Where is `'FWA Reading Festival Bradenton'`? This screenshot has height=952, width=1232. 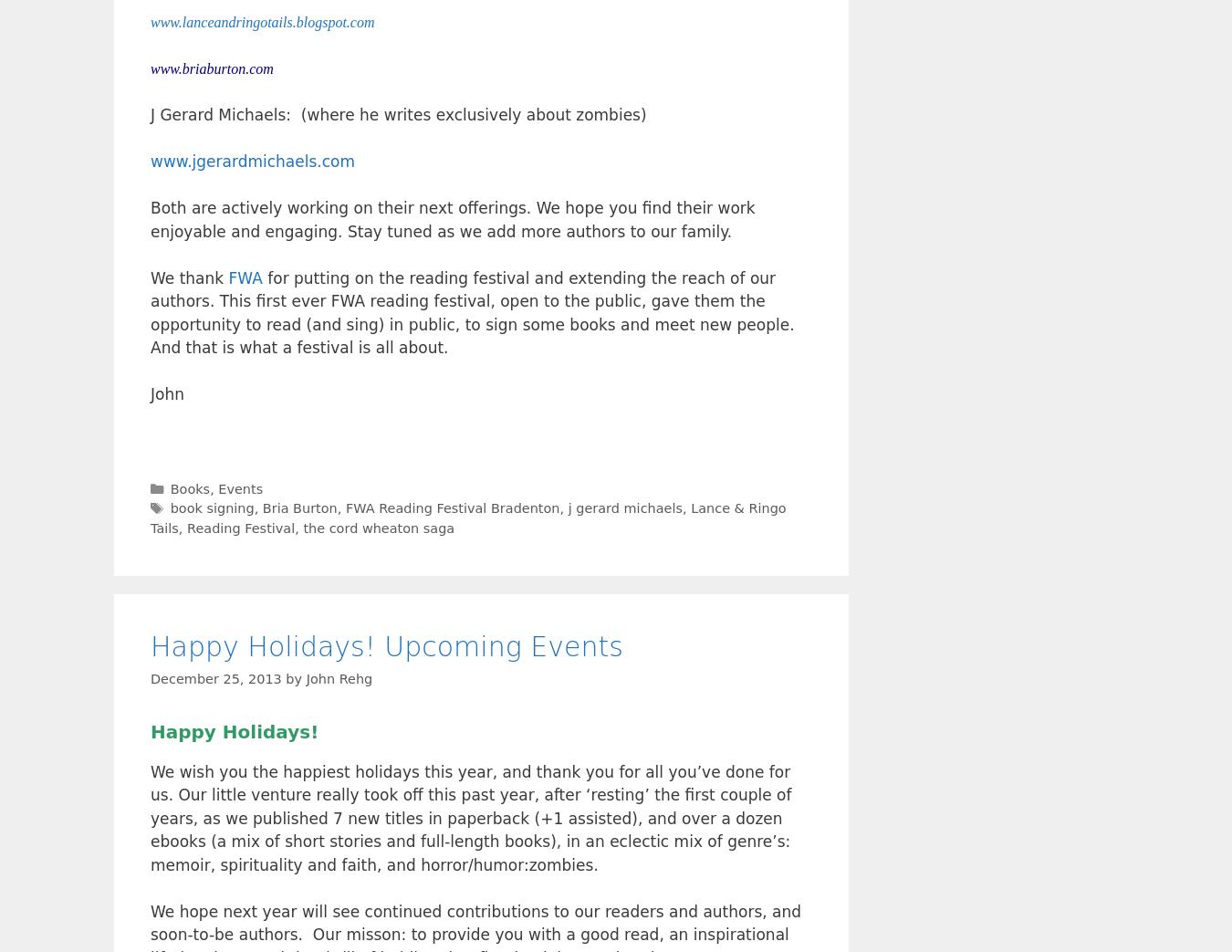
'FWA Reading Festival Bradenton' is located at coordinates (451, 507).